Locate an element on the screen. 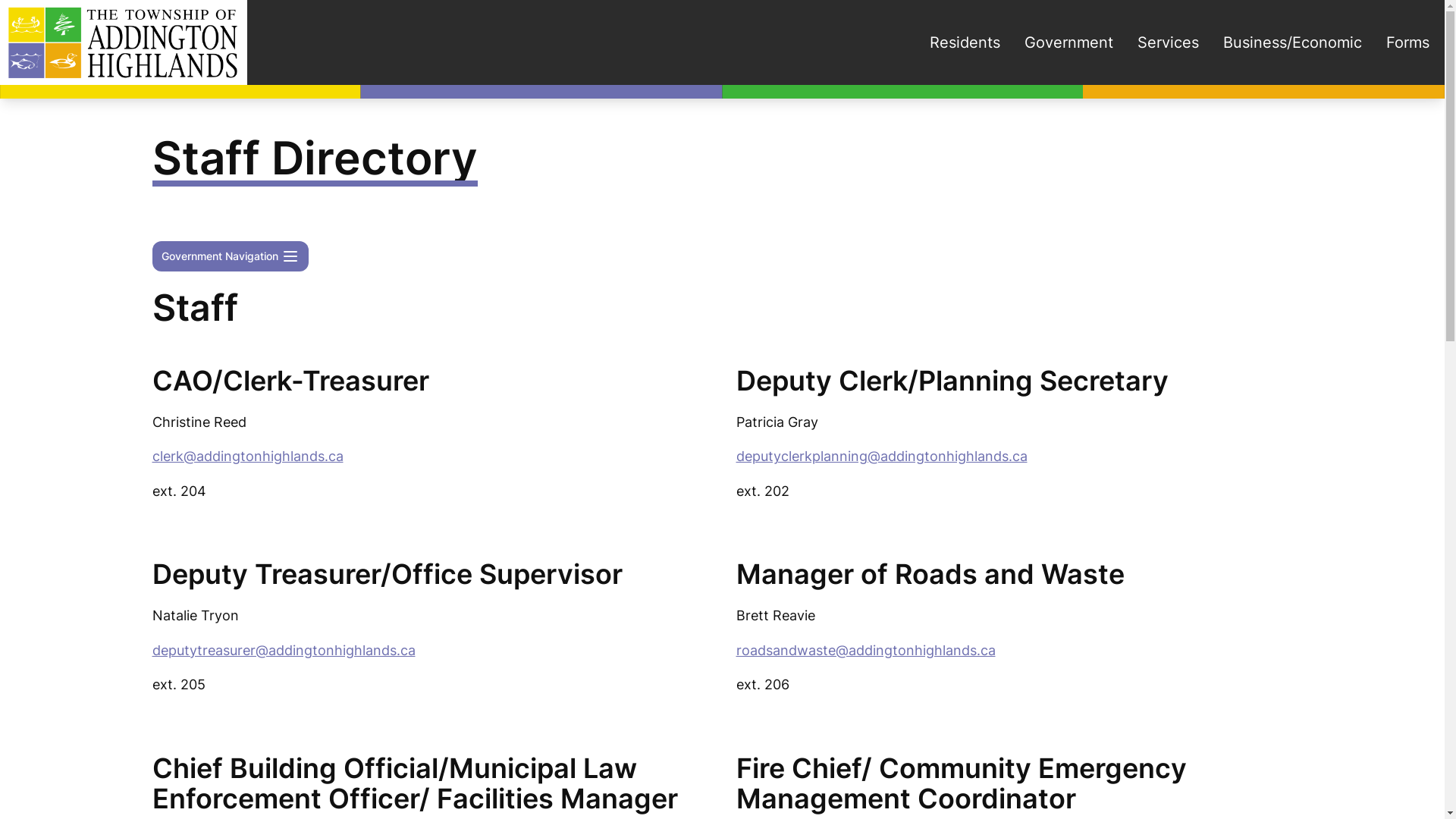 The width and height of the screenshot is (1456, 819). 'Business/Economic' is located at coordinates (1291, 42).